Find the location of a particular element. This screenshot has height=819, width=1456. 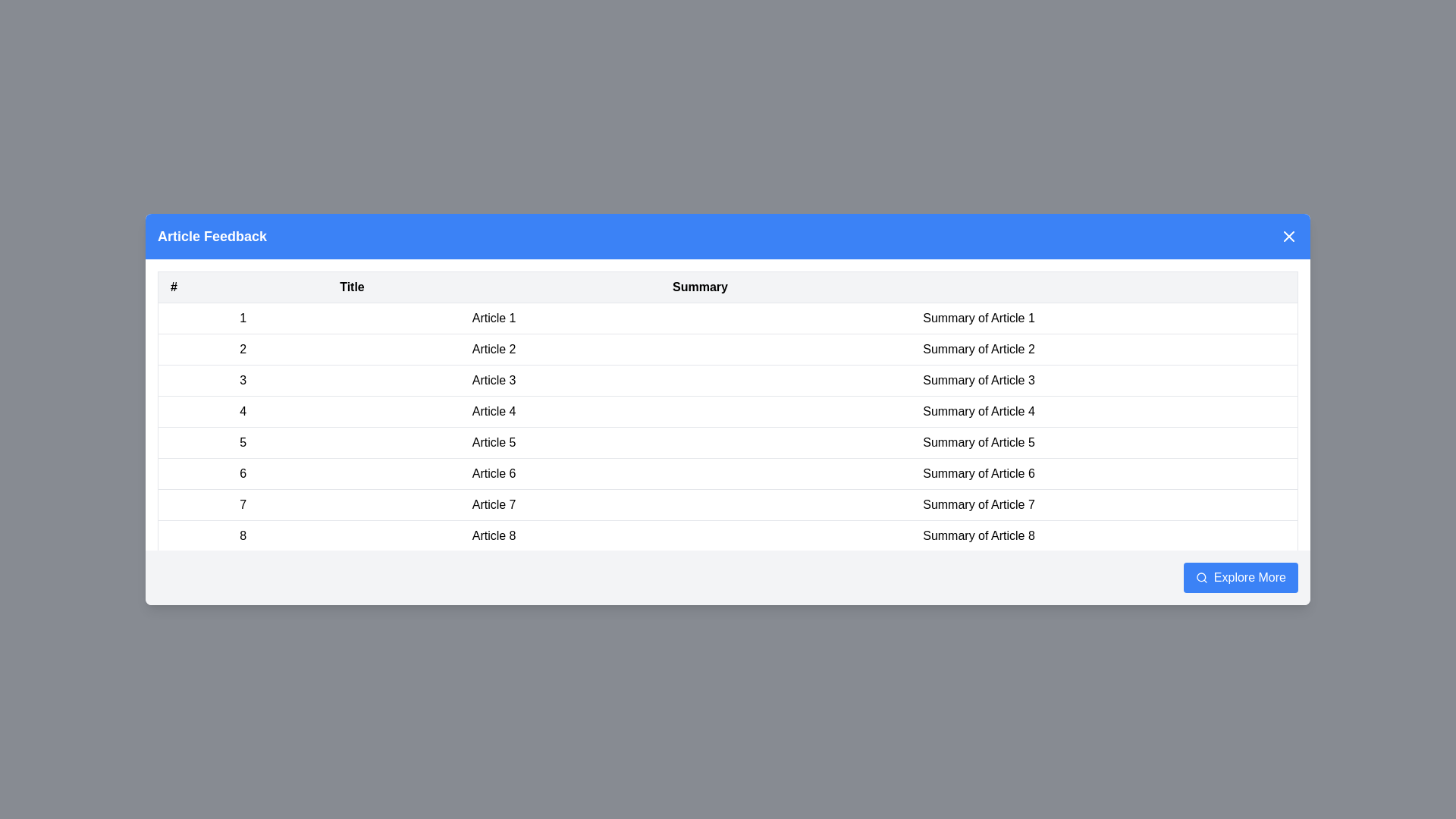

the 'Explore More' button to trigger its action is located at coordinates (1241, 578).